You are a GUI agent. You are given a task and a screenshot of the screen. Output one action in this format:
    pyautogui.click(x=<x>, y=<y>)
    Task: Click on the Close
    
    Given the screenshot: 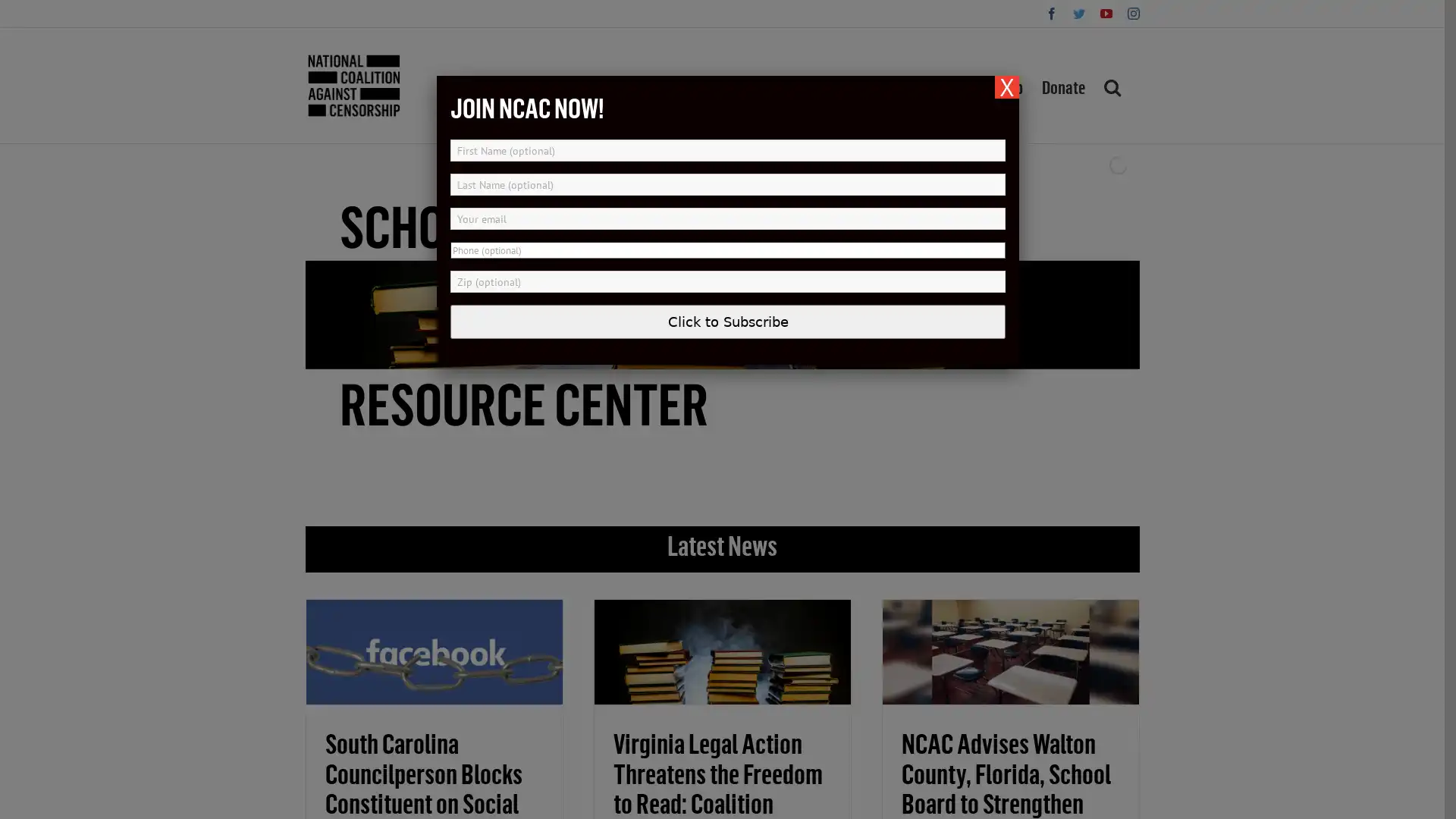 What is the action you would take?
    pyautogui.click(x=1007, y=87)
    